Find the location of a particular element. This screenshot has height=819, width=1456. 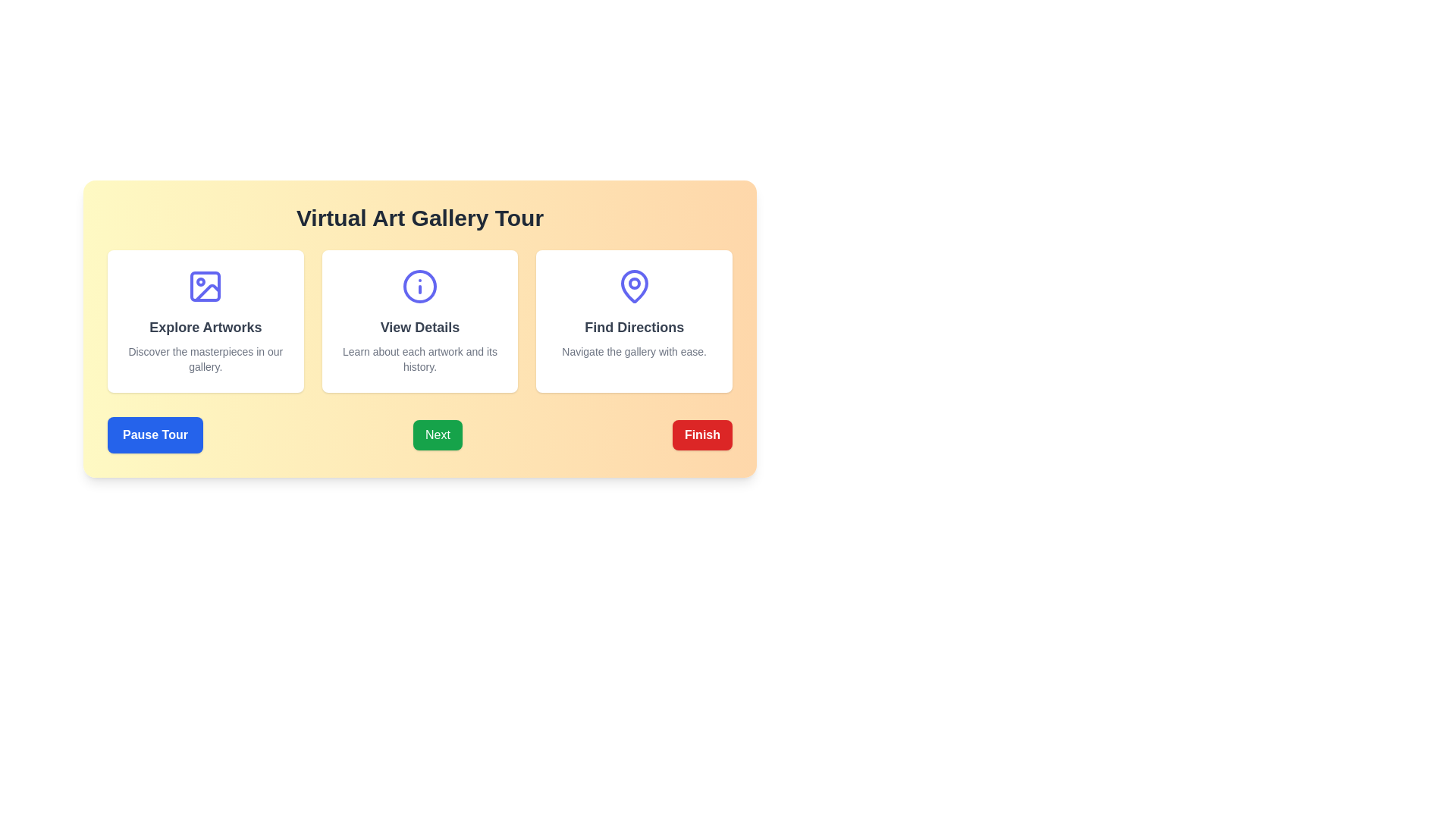

the 'Next' button, which is centrally placed among three buttons at the bottom of a card-like section is located at coordinates (419, 435).